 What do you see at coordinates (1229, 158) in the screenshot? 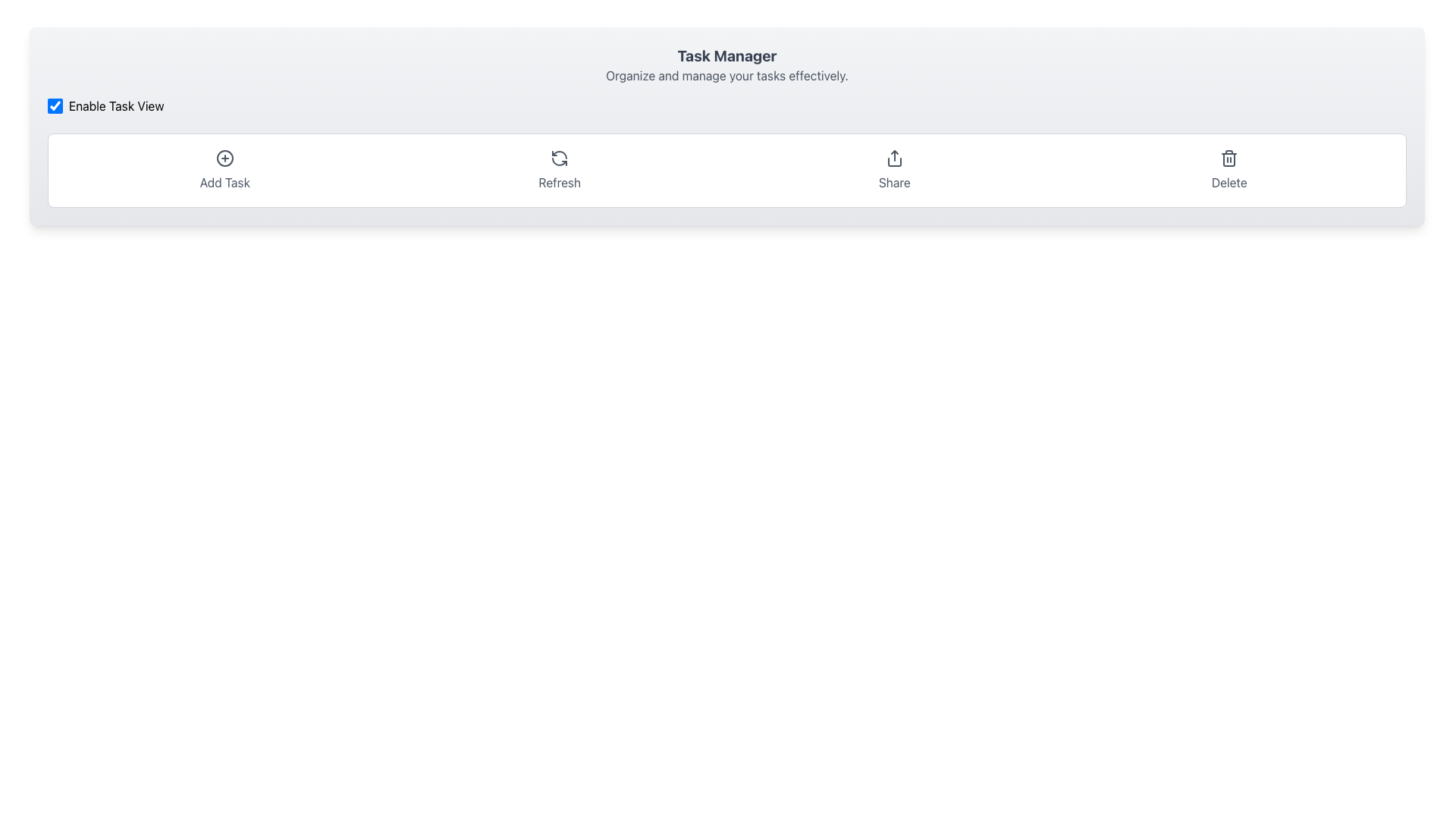
I see `the delete icon button located at the furthest right end of the horizontal button row` at bounding box center [1229, 158].